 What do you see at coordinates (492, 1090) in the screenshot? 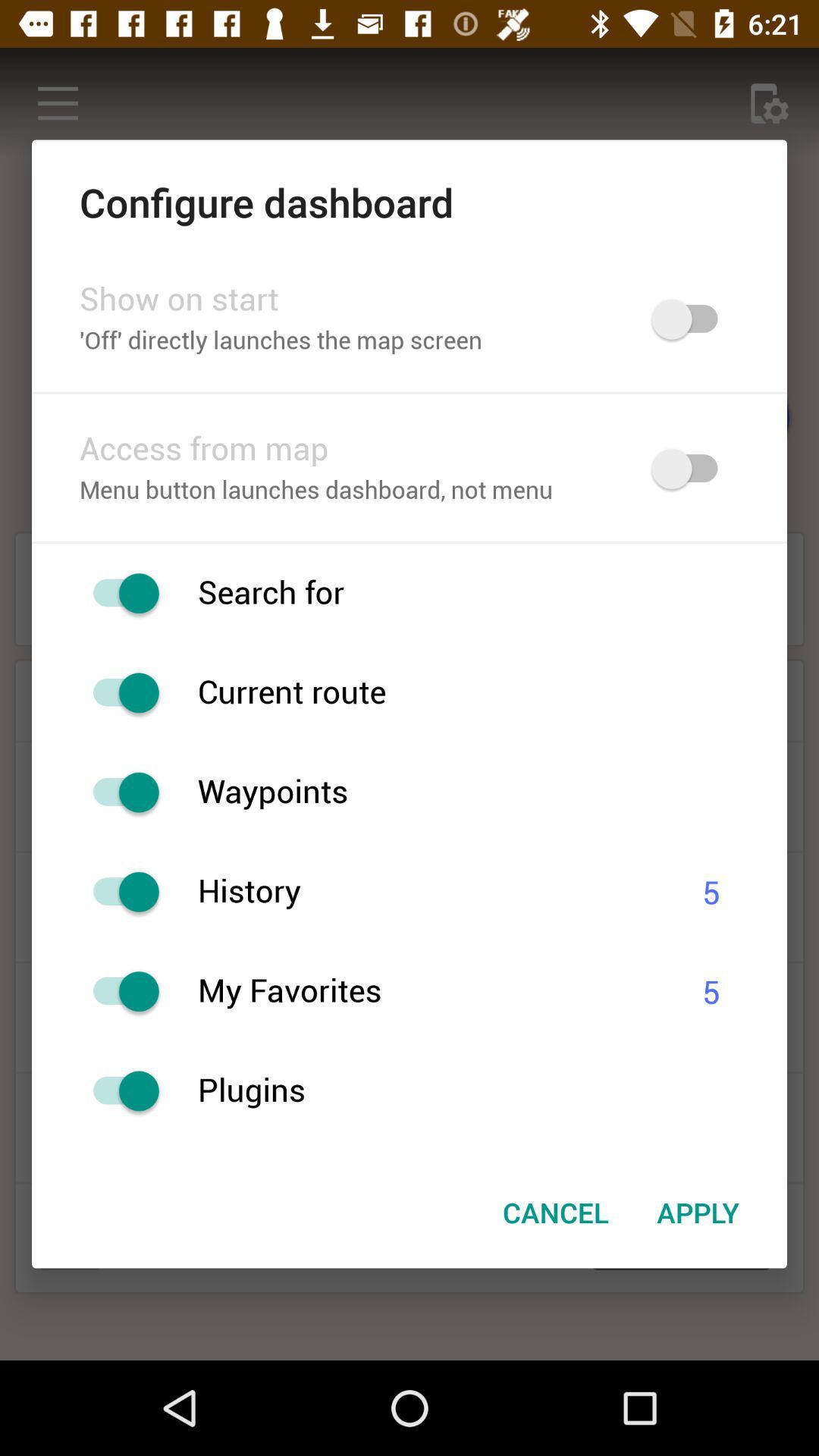
I see `plugins` at bounding box center [492, 1090].